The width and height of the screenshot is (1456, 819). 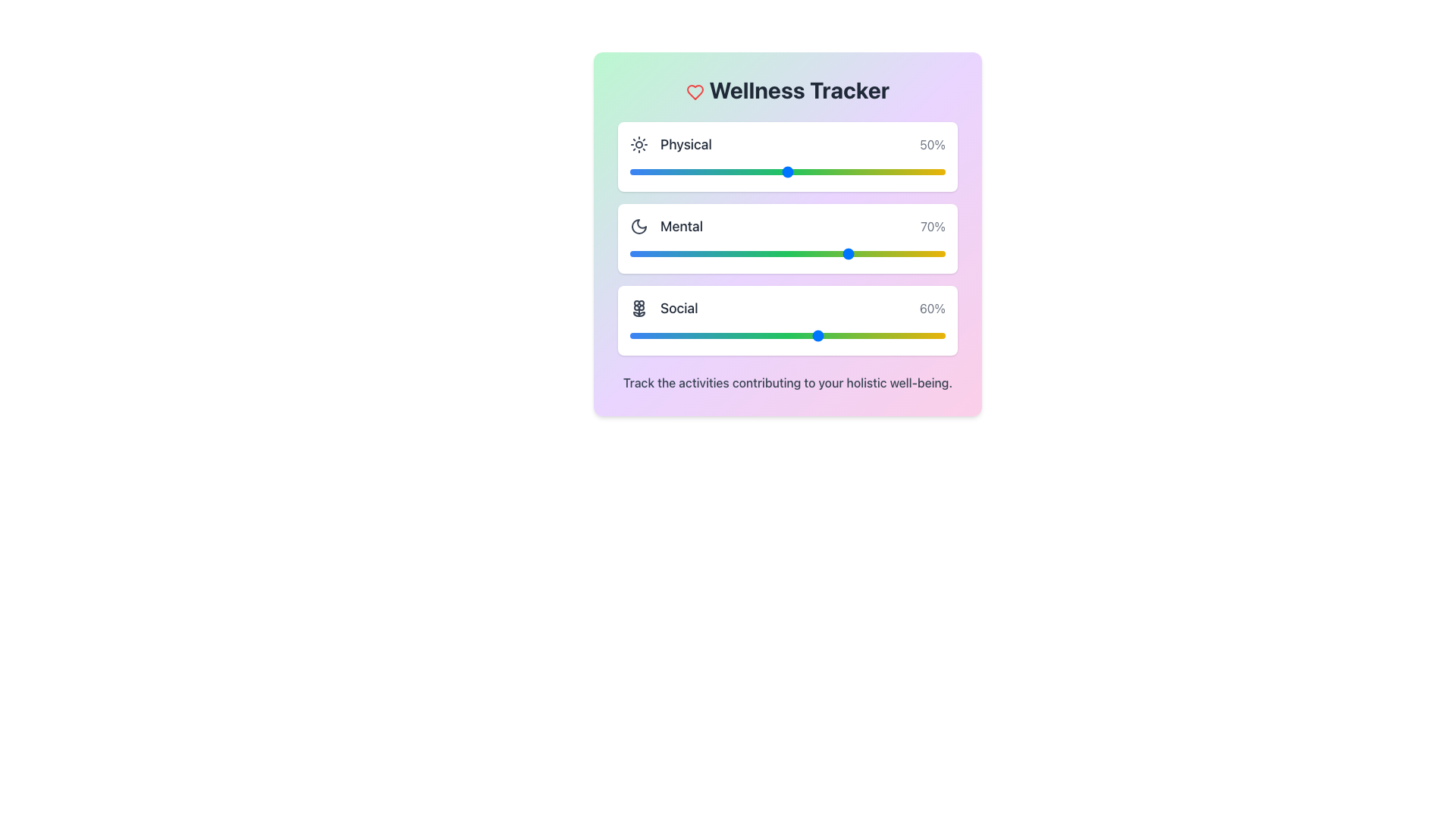 I want to click on the social well-being percentage, so click(x=636, y=335).